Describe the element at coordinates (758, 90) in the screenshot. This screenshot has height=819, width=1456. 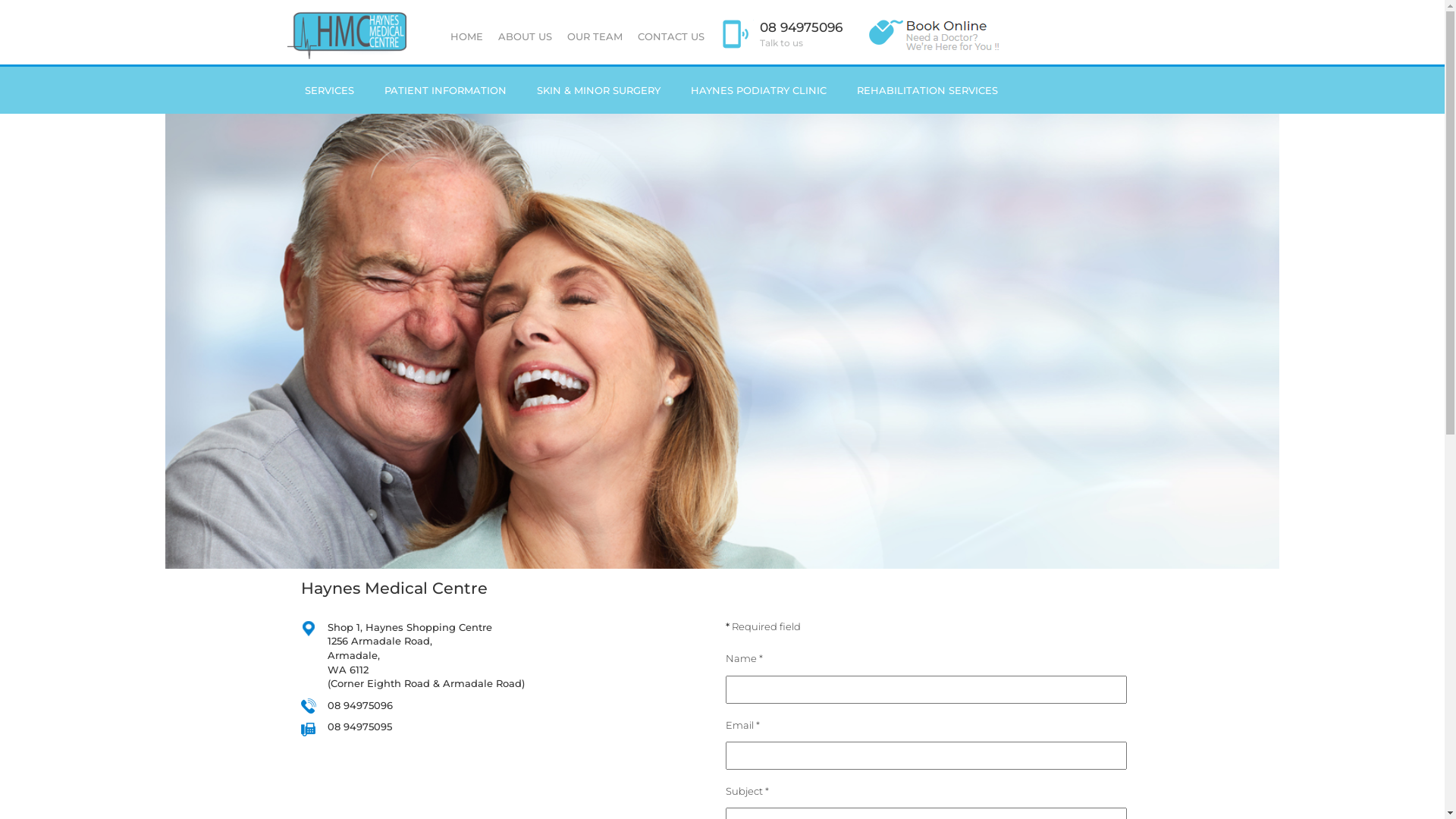
I see `'HAYNES PODIATRY CLINIC'` at that location.